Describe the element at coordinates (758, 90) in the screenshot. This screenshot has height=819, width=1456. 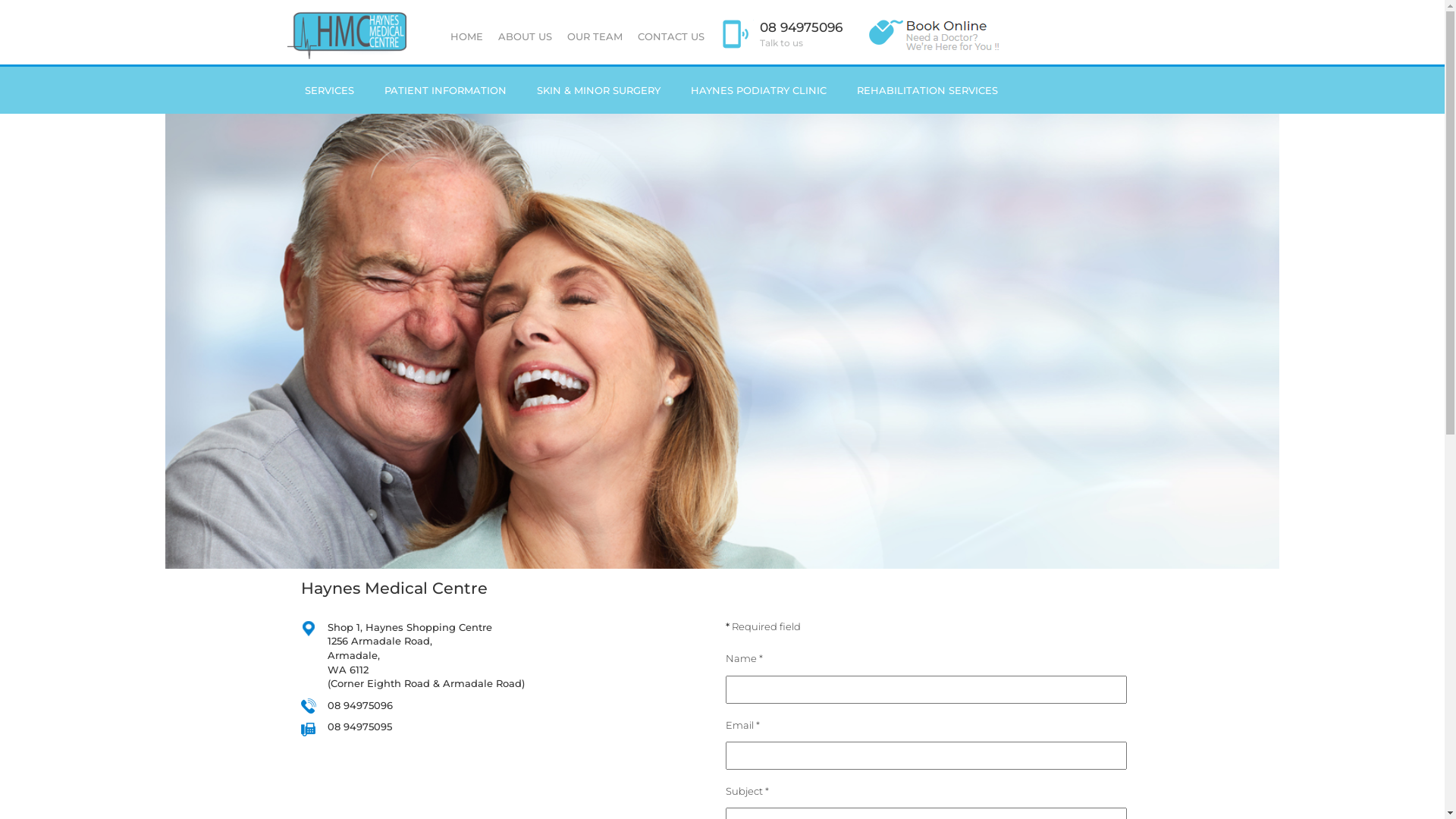
I see `'HAYNES PODIATRY CLINIC'` at that location.